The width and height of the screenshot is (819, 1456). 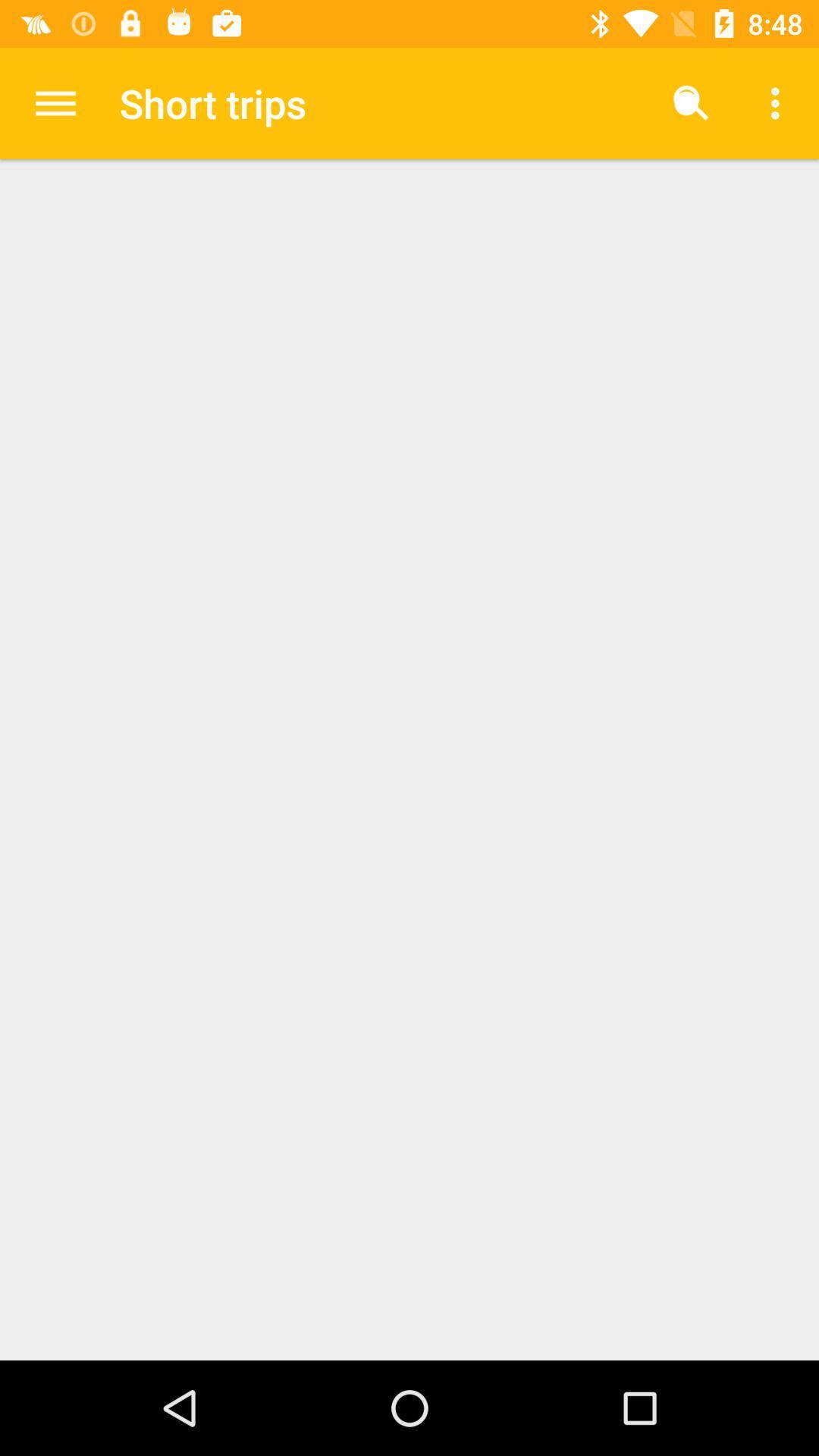 What do you see at coordinates (55, 102) in the screenshot?
I see `item to the left of the short trips icon` at bounding box center [55, 102].